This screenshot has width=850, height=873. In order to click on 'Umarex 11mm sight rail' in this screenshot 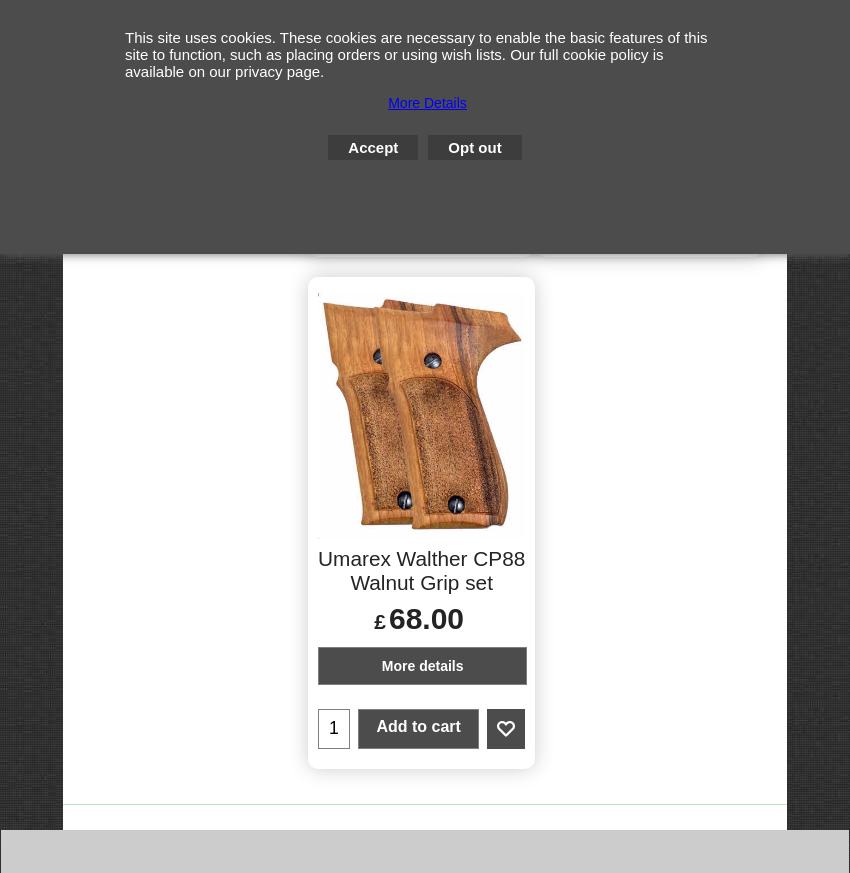, I will do `click(421, 57)`.